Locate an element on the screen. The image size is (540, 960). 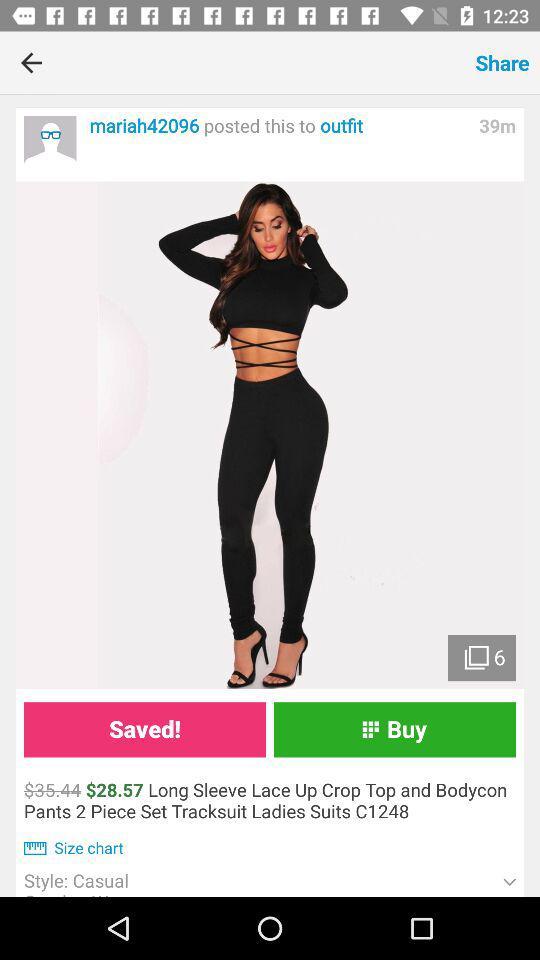
poster profile is located at coordinates (50, 141).